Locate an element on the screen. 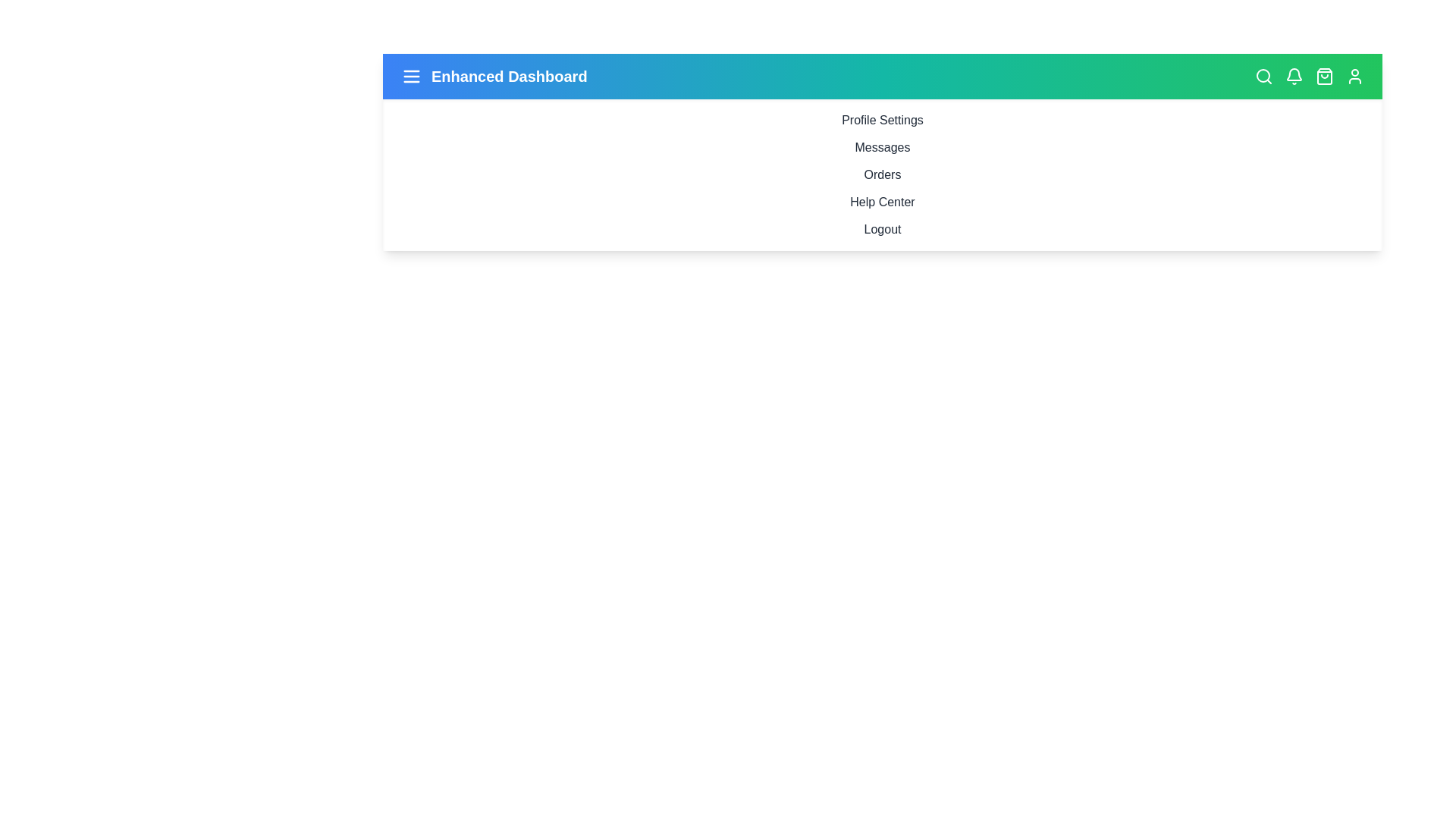  the user icon to display its tooltip or visual feedback is located at coordinates (1354, 76).